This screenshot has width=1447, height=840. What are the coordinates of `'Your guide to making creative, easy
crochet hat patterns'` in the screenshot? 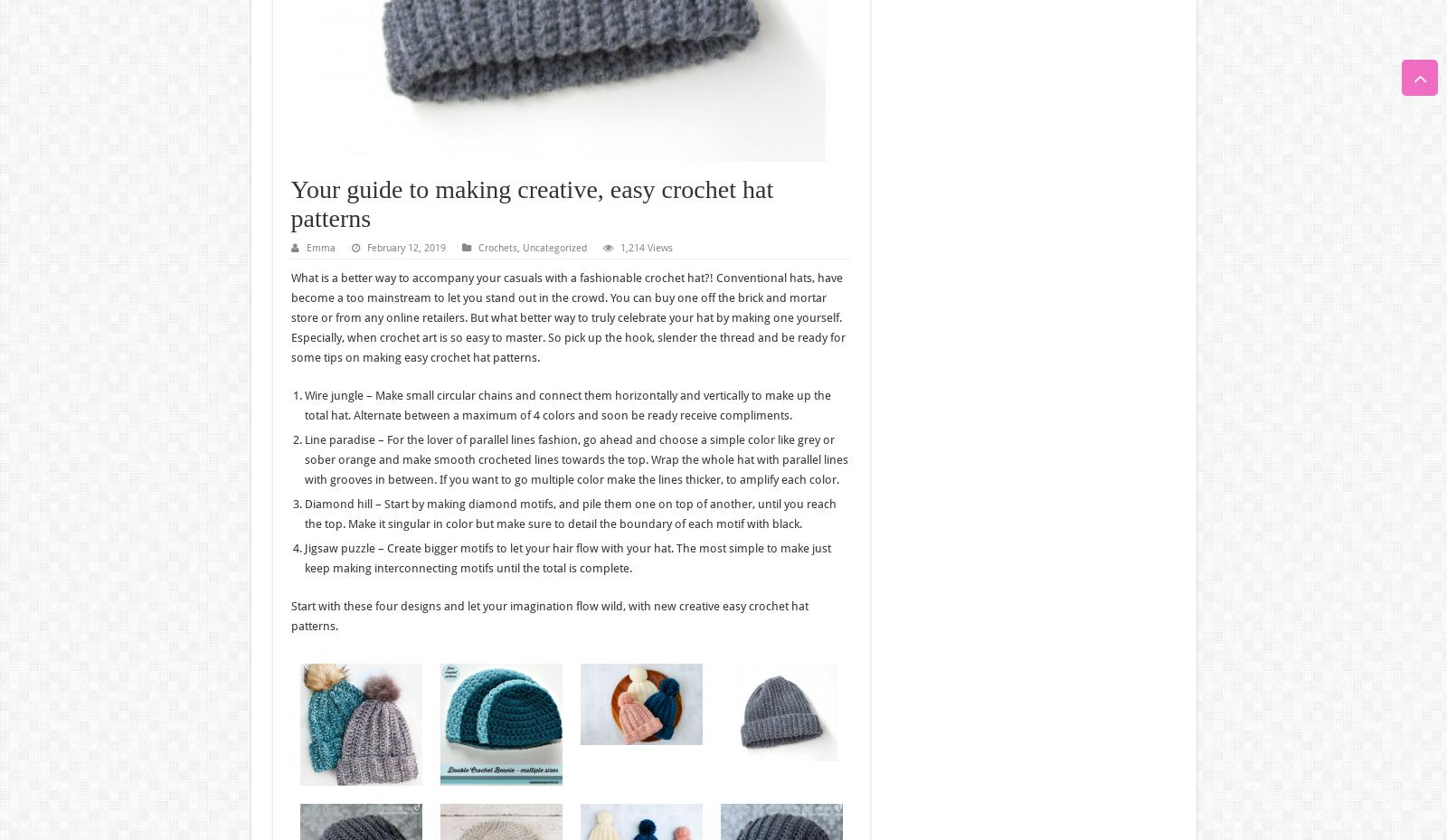 It's located at (531, 203).